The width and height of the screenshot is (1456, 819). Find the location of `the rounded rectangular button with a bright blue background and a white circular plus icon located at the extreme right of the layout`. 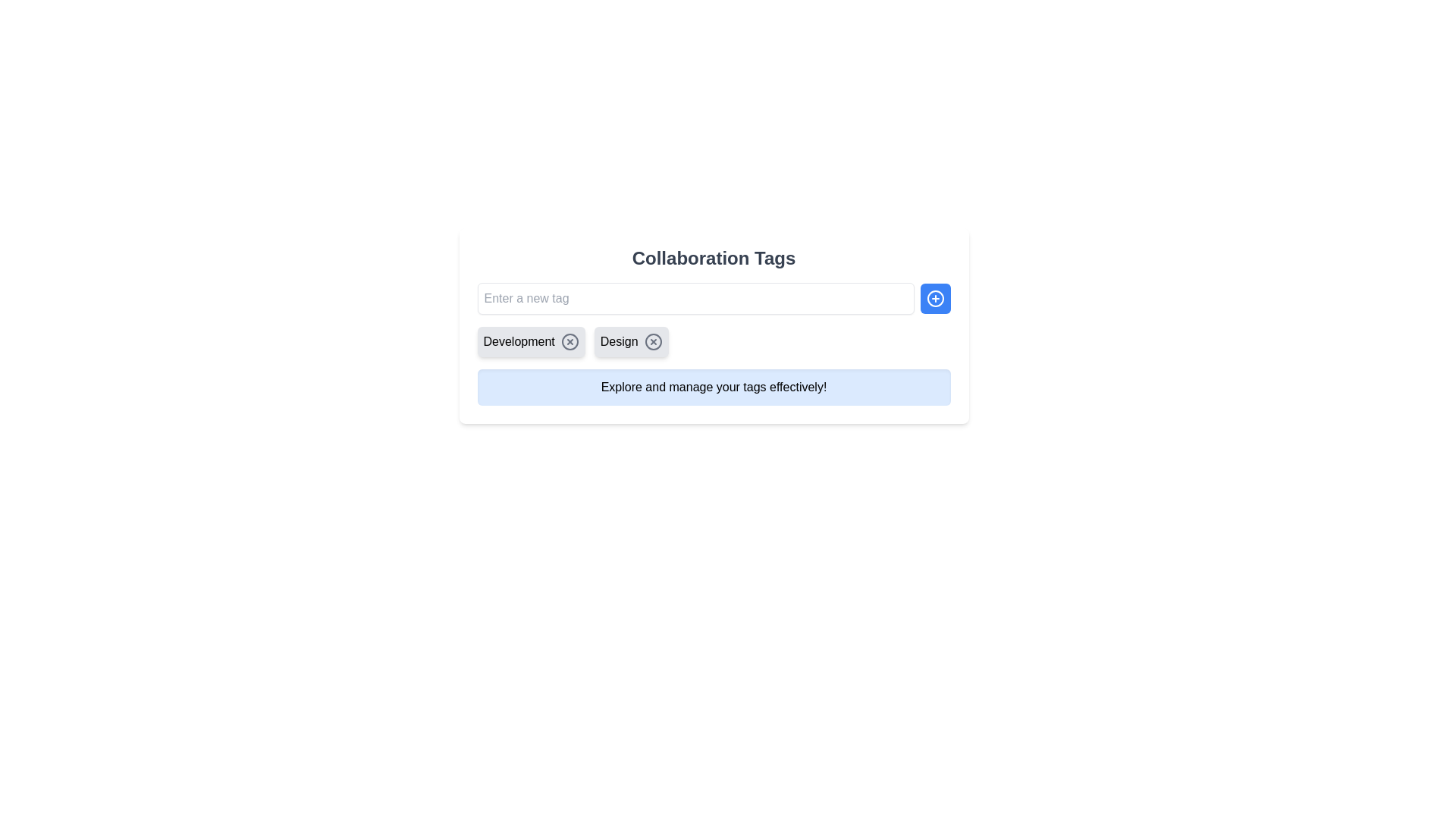

the rounded rectangular button with a bright blue background and a white circular plus icon located at the extreme right of the layout is located at coordinates (934, 298).